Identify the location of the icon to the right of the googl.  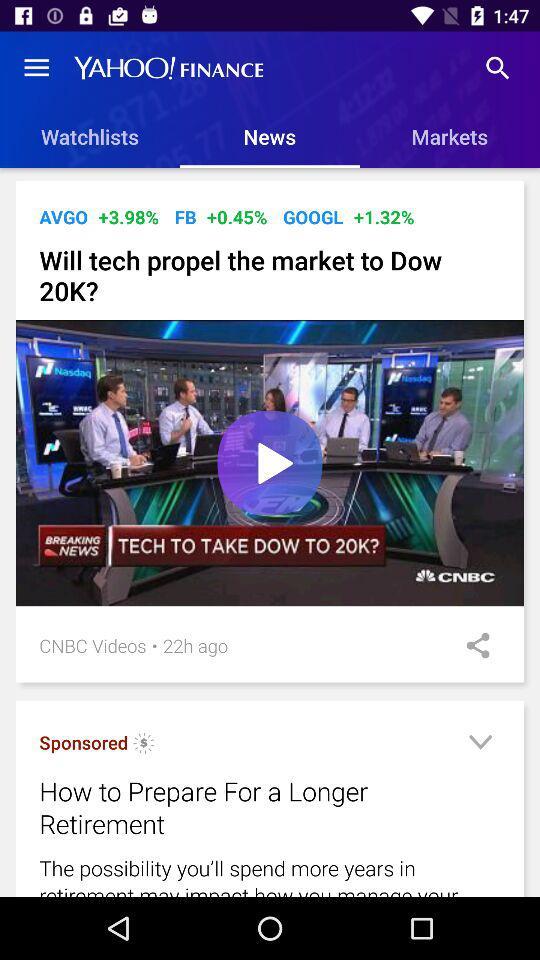
(384, 217).